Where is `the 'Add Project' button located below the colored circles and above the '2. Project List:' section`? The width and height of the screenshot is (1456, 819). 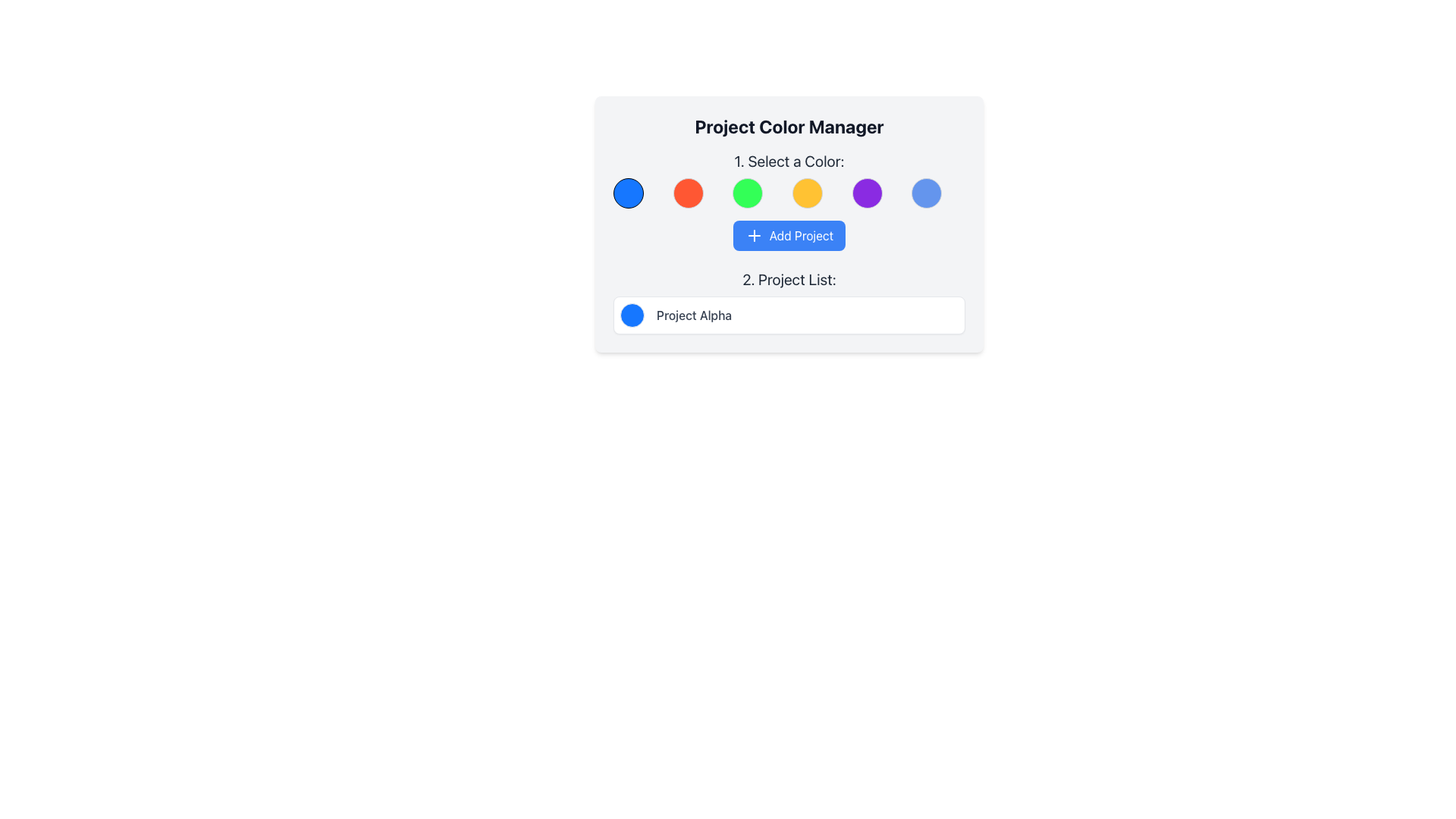
the 'Add Project' button located below the colored circles and above the '2. Project List:' section is located at coordinates (789, 236).